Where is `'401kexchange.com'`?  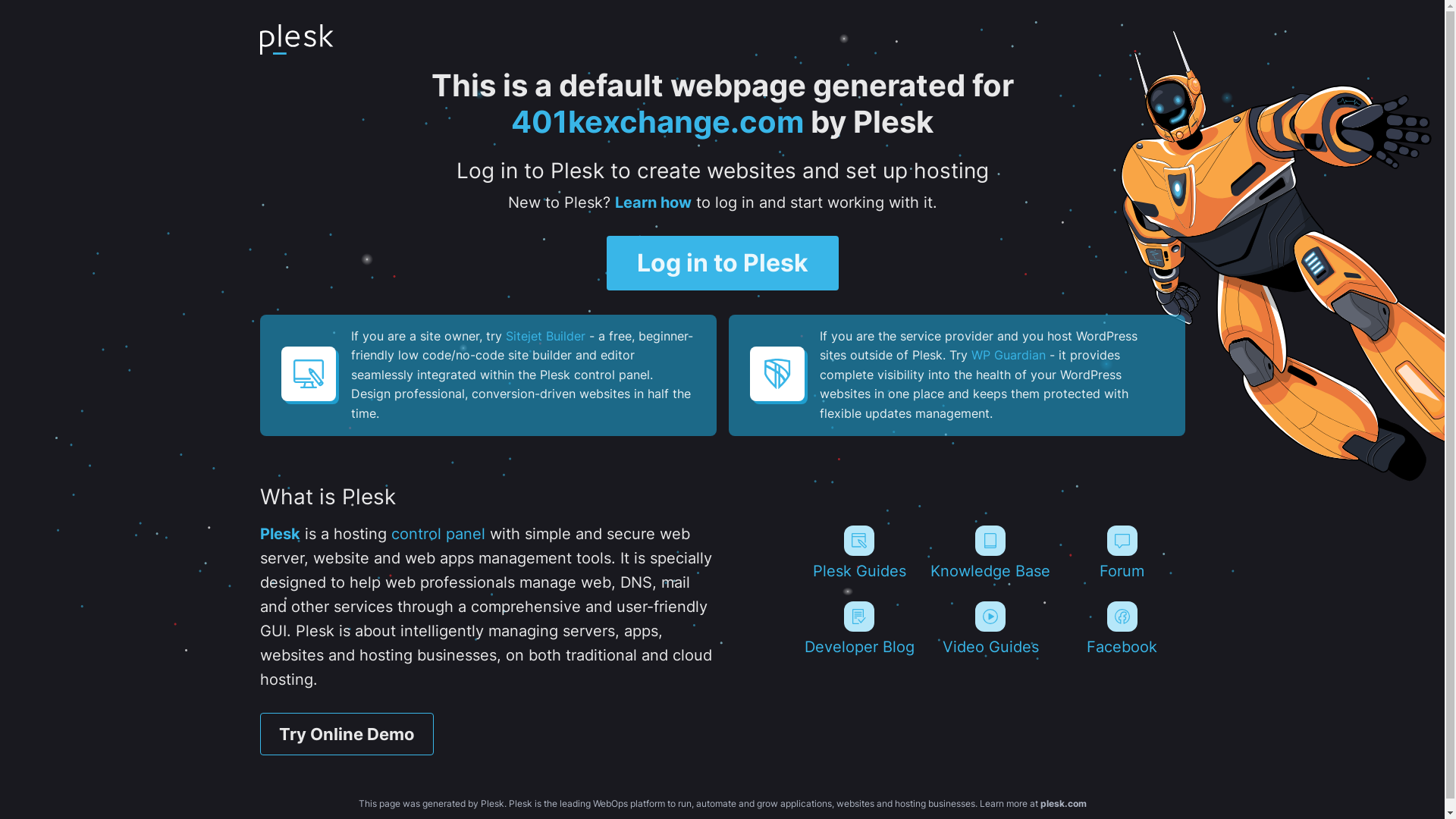
'401kexchange.com' is located at coordinates (657, 121).